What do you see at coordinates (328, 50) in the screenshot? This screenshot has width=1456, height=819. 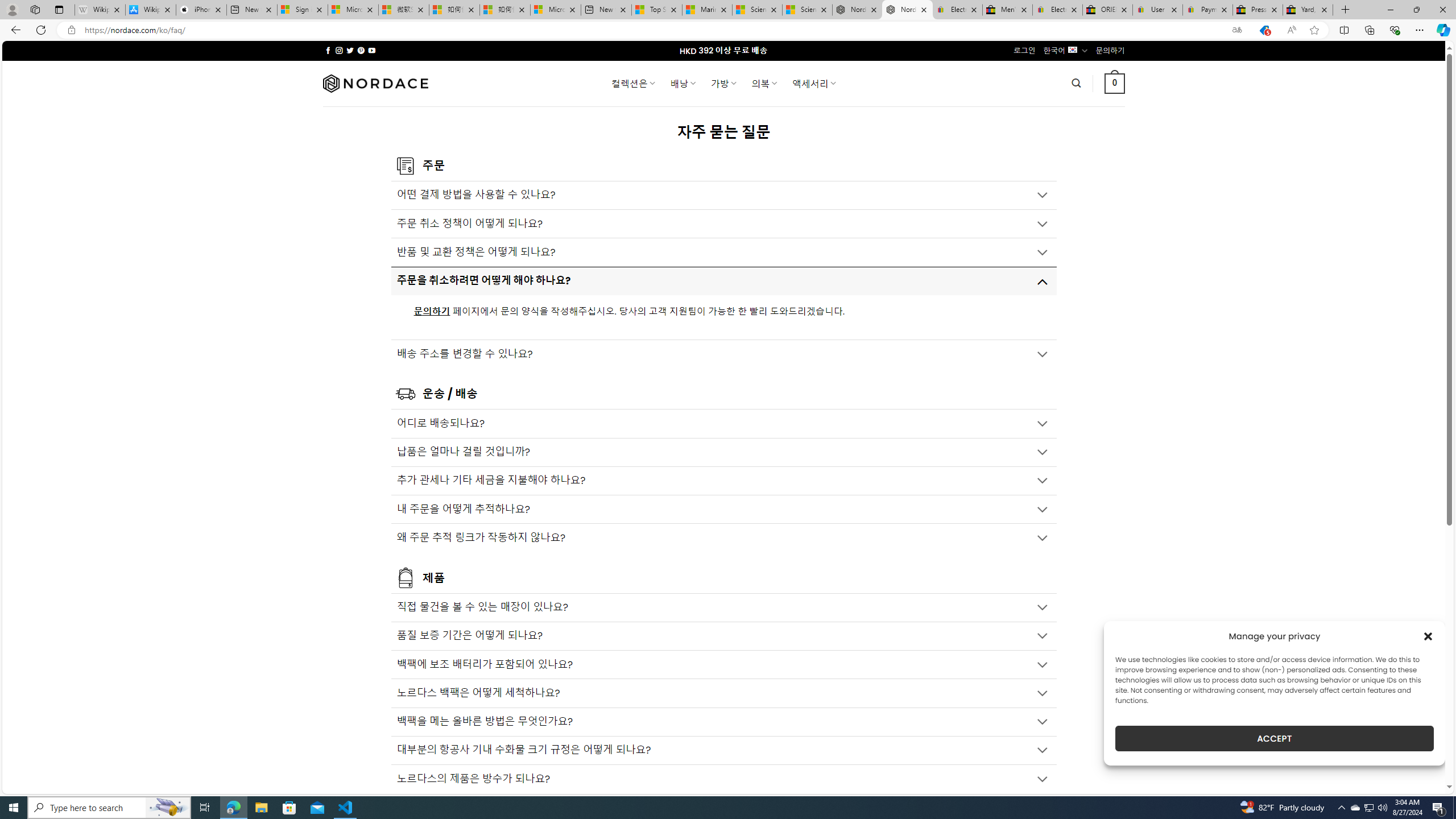 I see `'Follow on Facebook'` at bounding box center [328, 50].